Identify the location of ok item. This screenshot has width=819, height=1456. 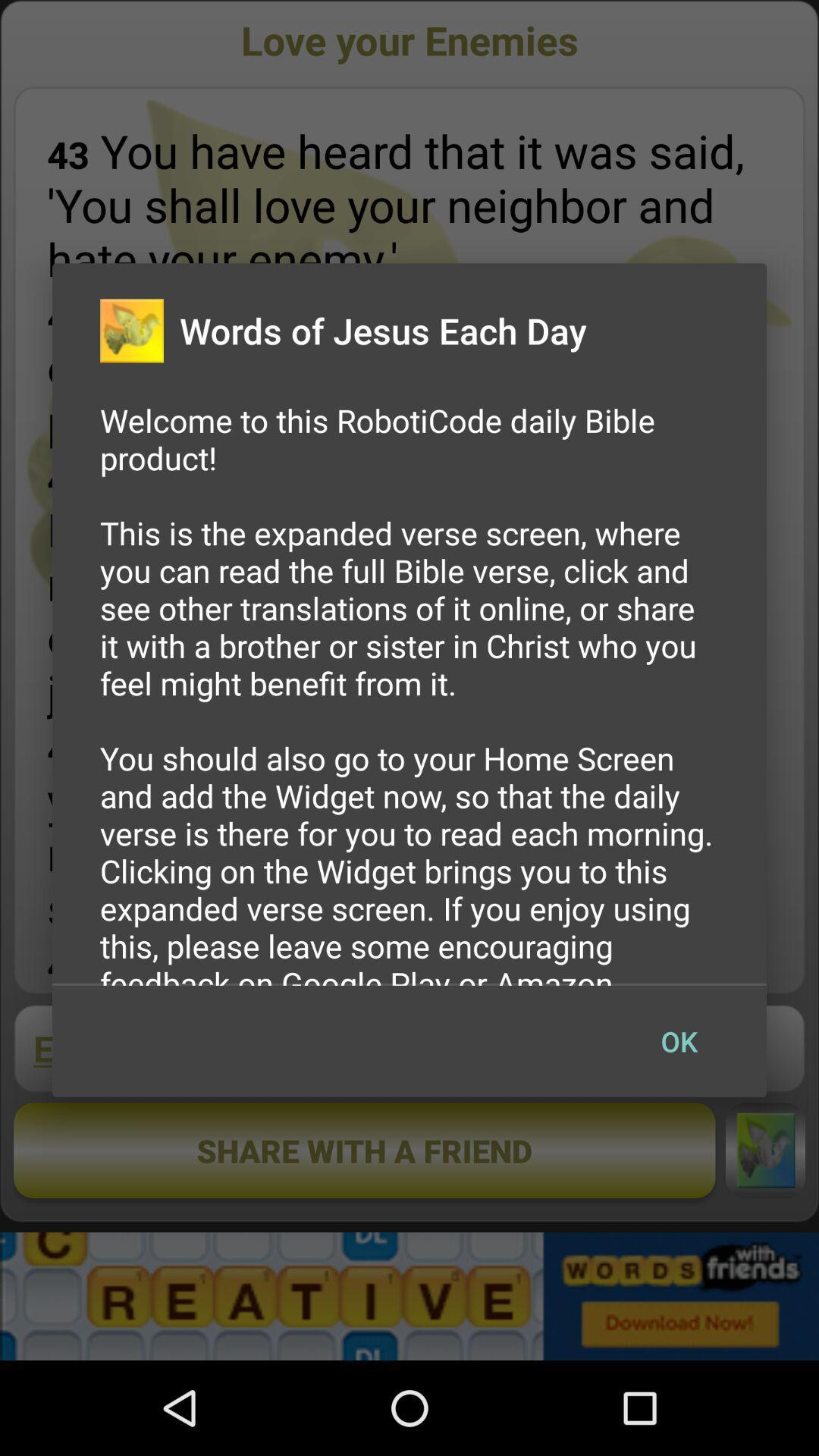
(678, 1040).